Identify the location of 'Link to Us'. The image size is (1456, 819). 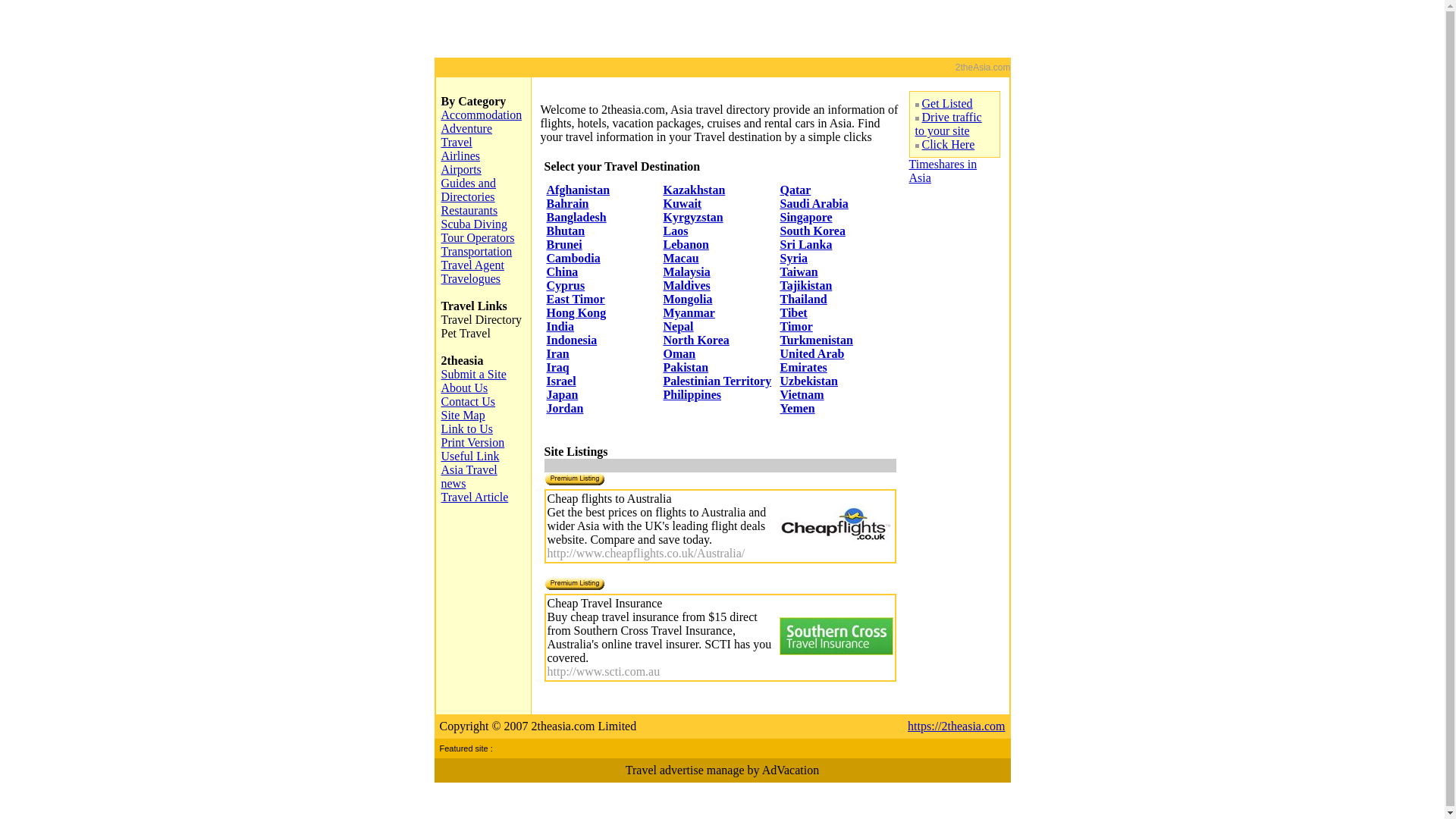
(466, 428).